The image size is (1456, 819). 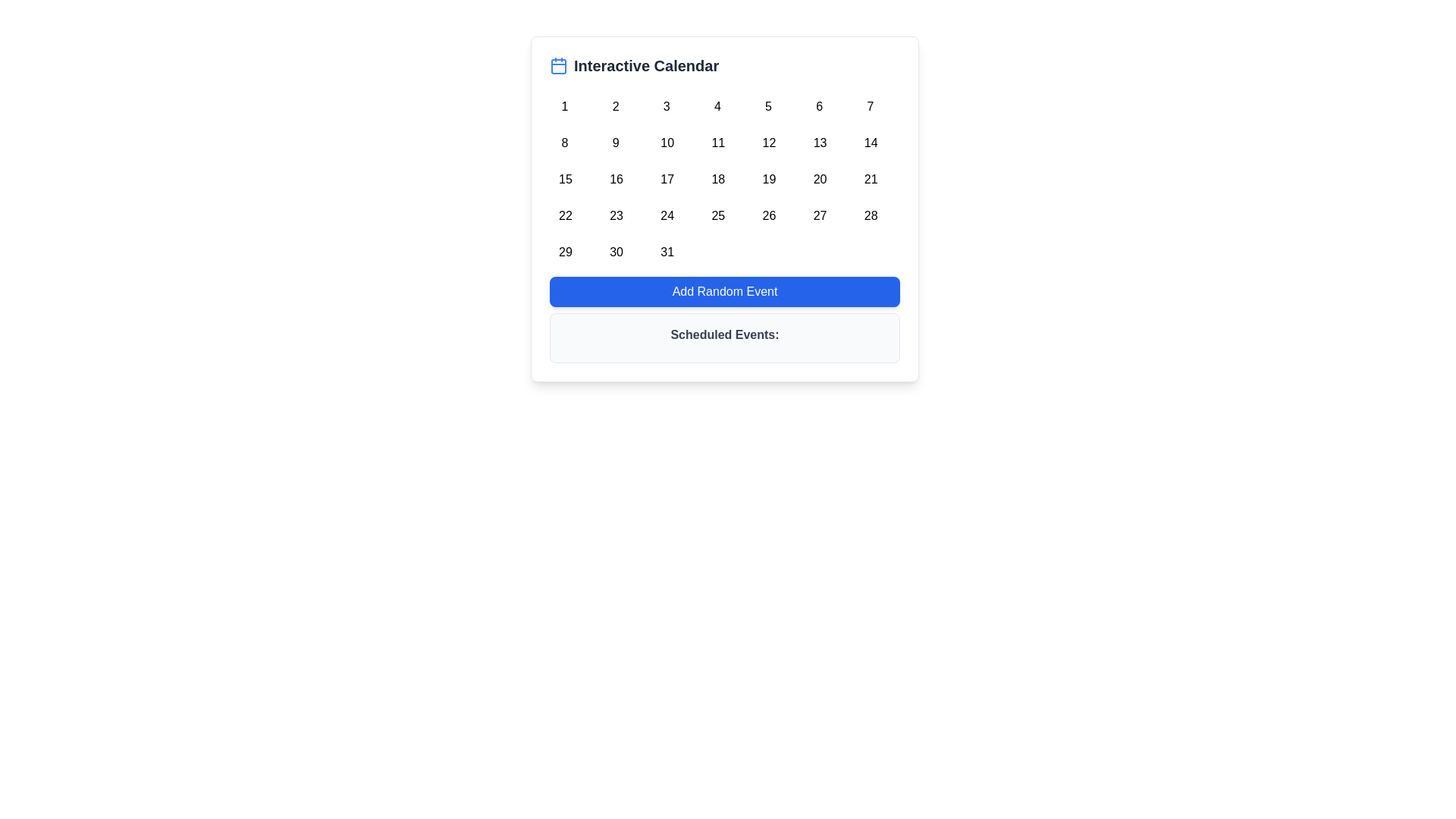 I want to click on the square button labeled '18' in the calendar interface, so click(x=717, y=175).